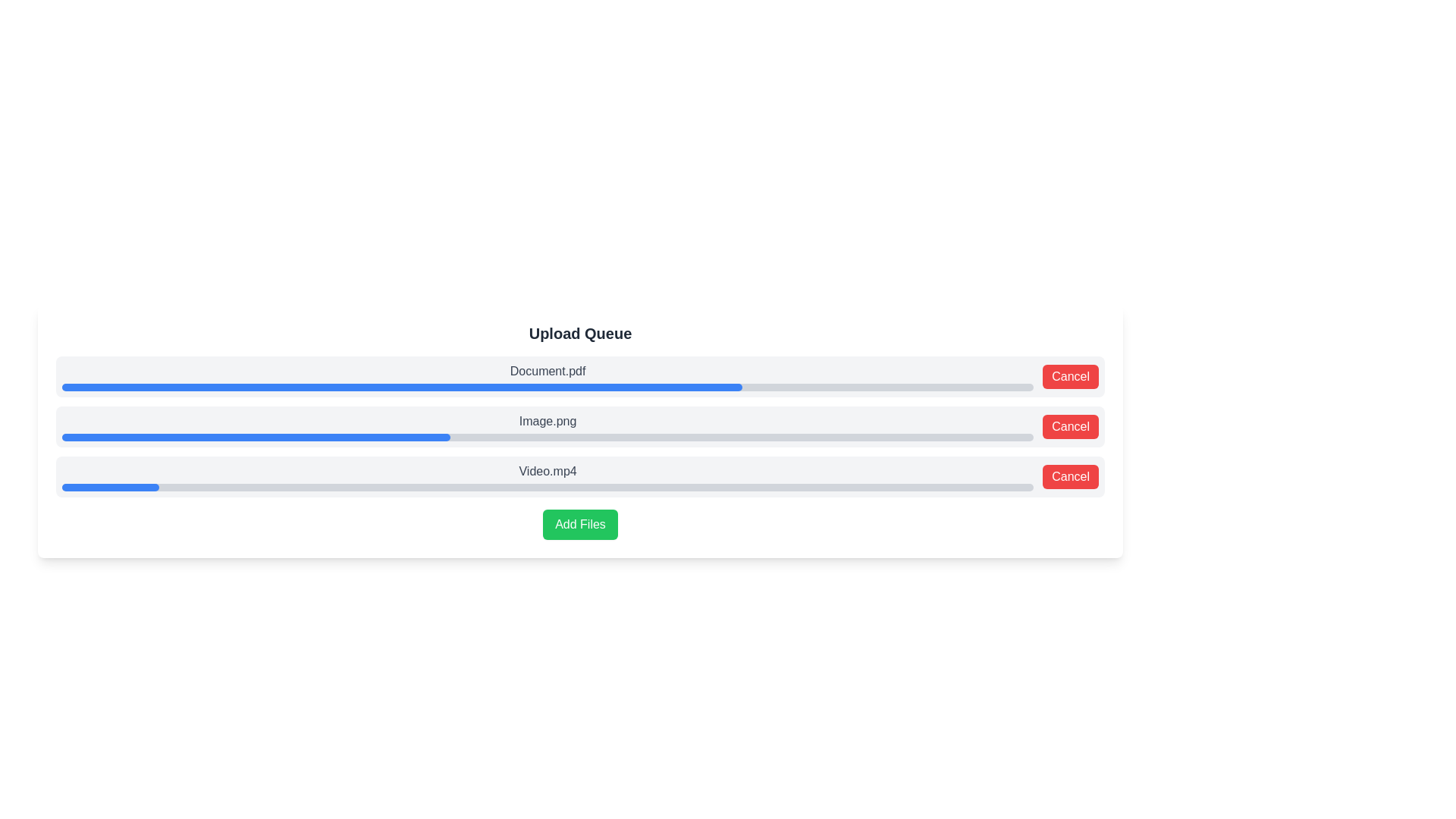 The width and height of the screenshot is (1456, 819). Describe the element at coordinates (402, 386) in the screenshot. I see `the progress visually of the Progress Bar associated with the file 'Document.pdf' located in the 'Upload Queue' section` at that location.